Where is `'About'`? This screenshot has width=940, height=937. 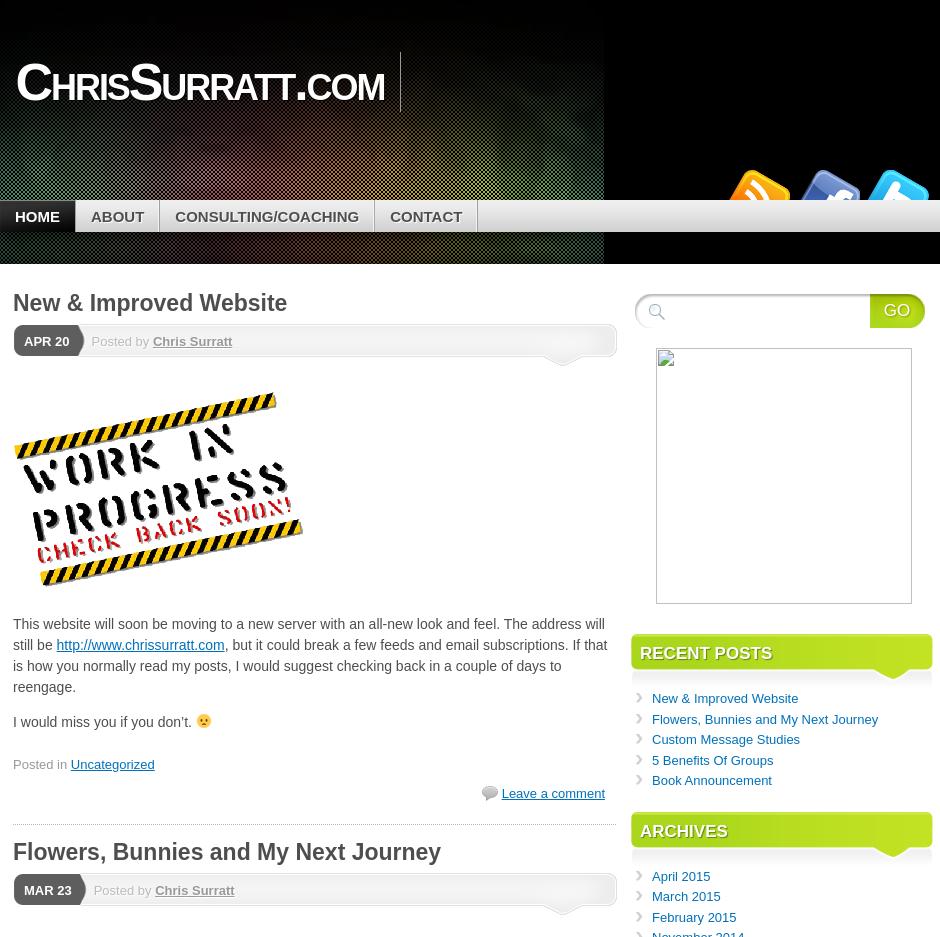
'About' is located at coordinates (117, 215).